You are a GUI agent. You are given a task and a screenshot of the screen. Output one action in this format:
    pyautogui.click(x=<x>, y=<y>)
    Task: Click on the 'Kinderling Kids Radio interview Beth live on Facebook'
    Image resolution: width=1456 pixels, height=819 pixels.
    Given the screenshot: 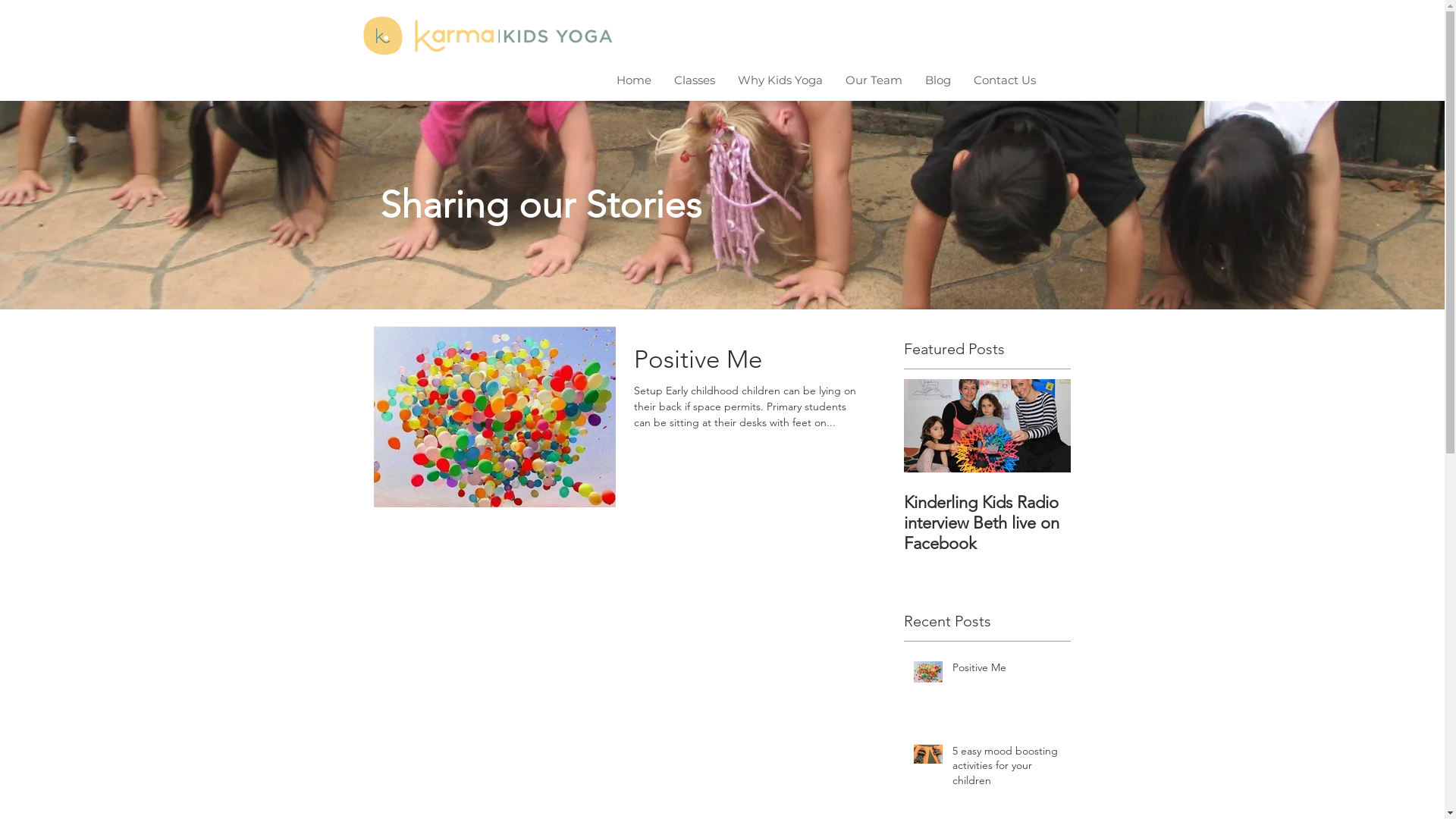 What is the action you would take?
    pyautogui.click(x=903, y=522)
    